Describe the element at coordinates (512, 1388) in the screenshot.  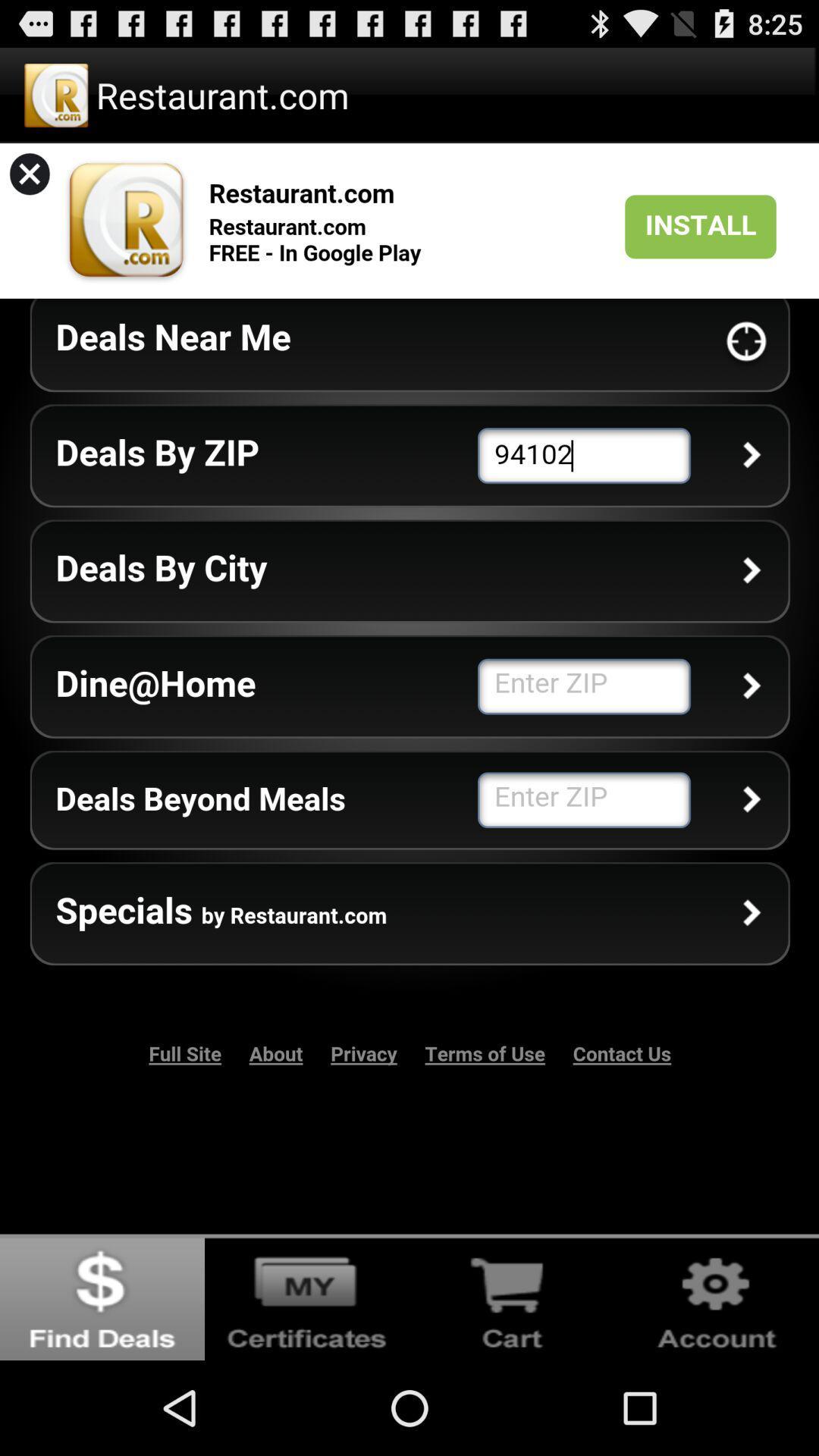
I see `the cart icon` at that location.